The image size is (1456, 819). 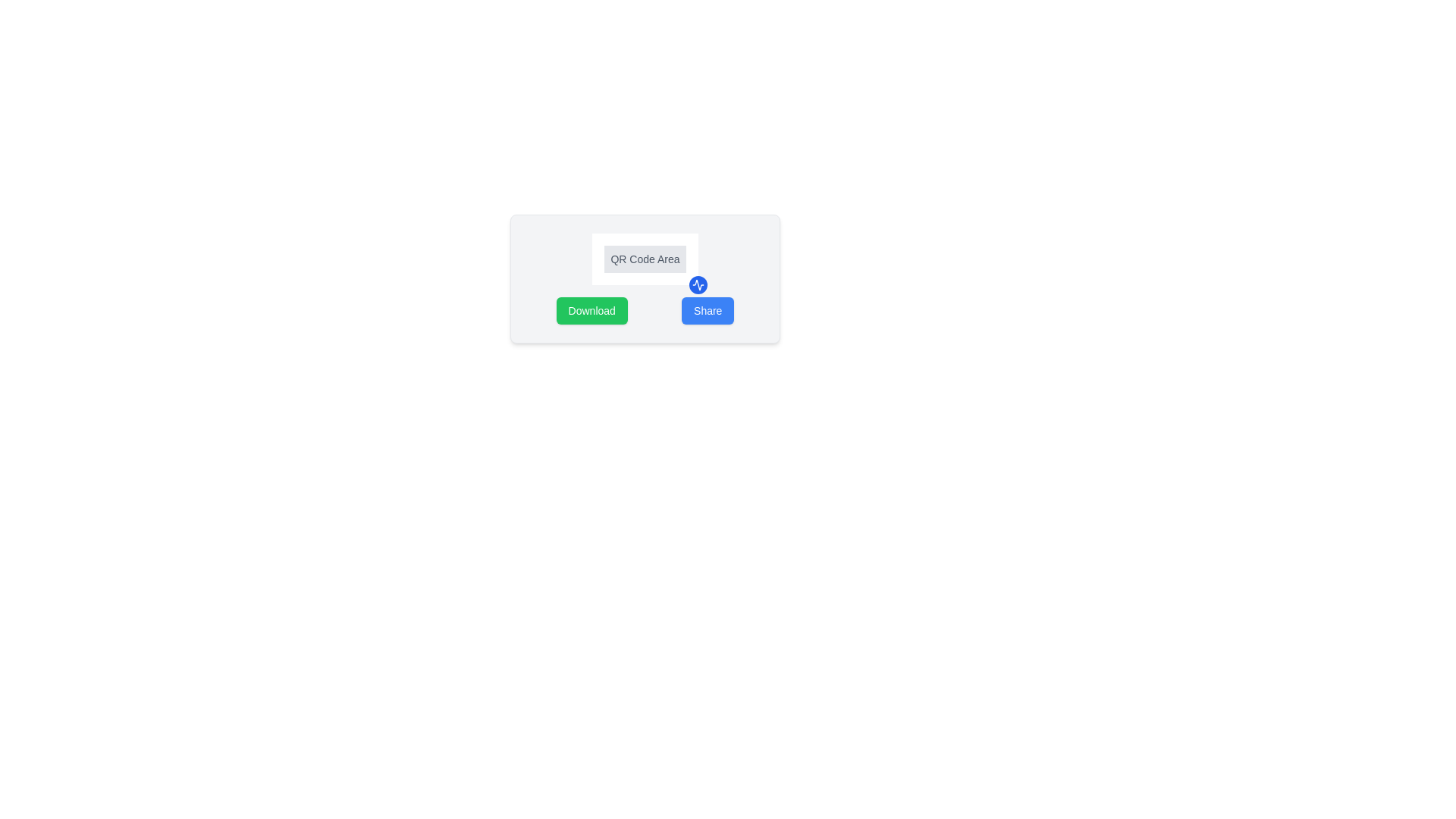 I want to click on the Icon Button located at the bottom-right corner of the 'QR Code Area' panel for accessibility interactions, so click(x=697, y=284).